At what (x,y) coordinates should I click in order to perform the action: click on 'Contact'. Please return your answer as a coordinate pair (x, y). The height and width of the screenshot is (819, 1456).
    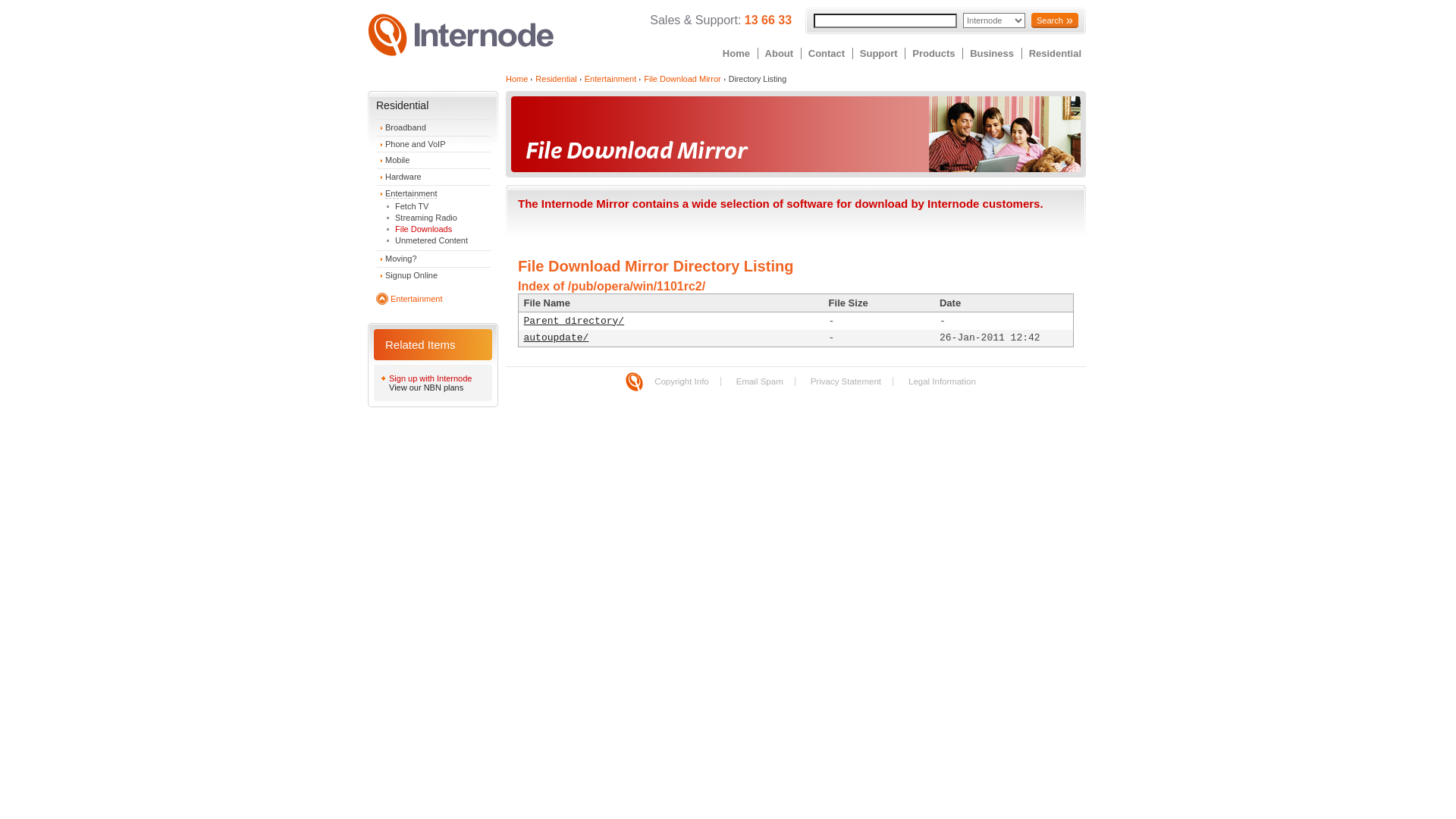
    Looking at the image, I should click on (803, 52).